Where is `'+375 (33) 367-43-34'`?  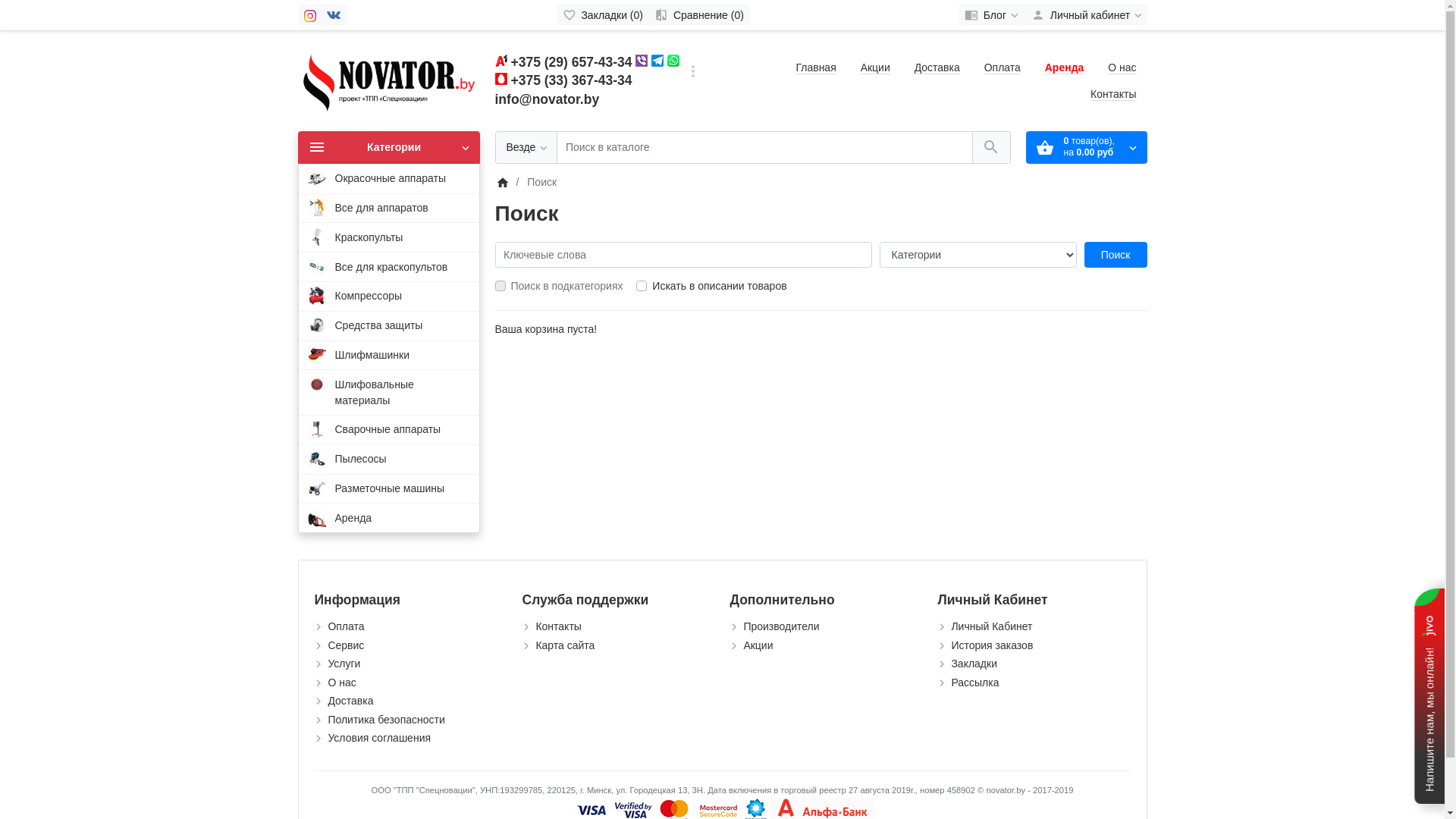
'+375 (33) 367-43-34' is located at coordinates (570, 80).